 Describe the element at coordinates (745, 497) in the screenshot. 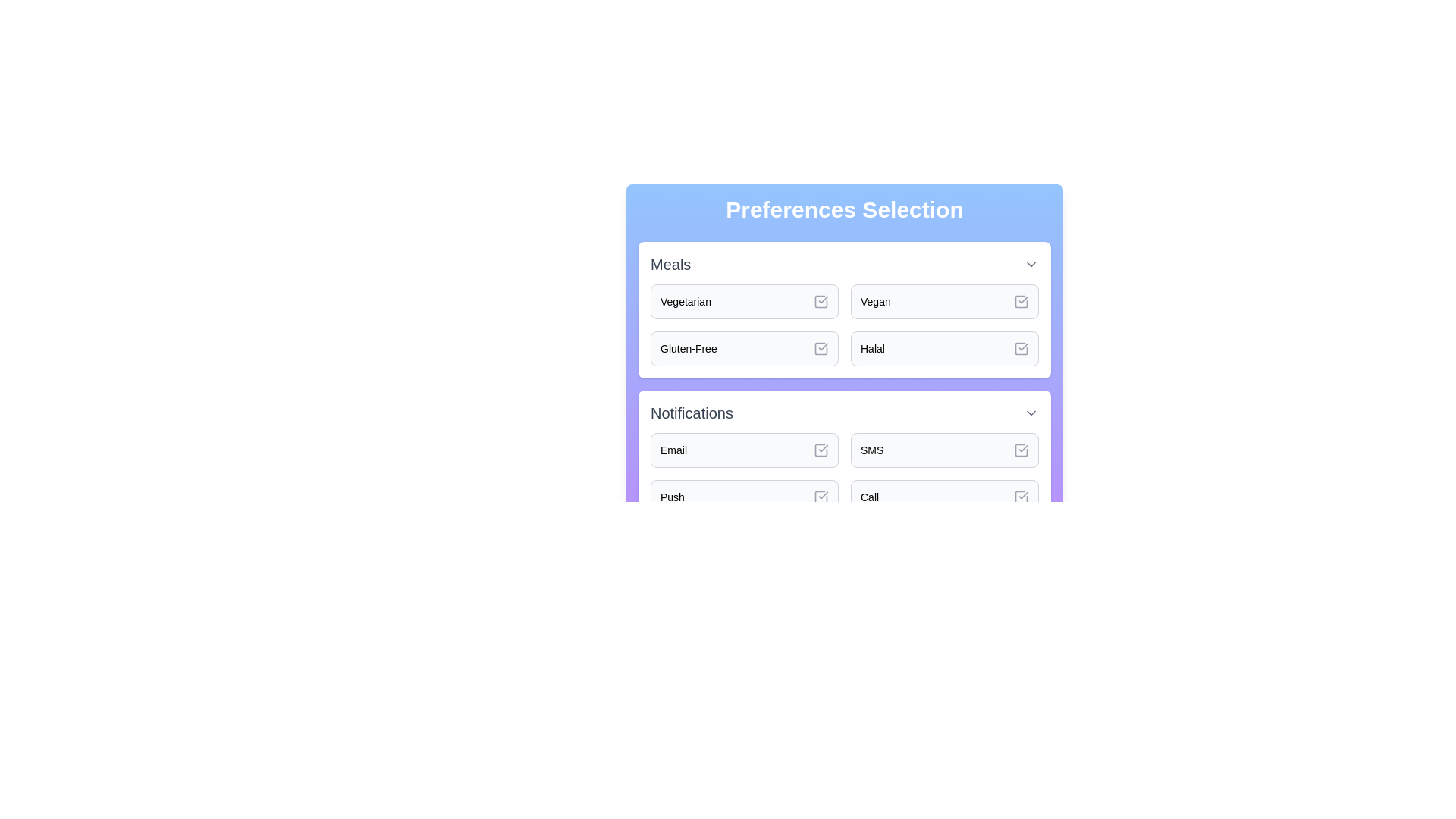

I see `the 'Push' notification preference button located in the lower-left part of the 'Notifications' section, directly under the 'Email' and 'SMS' buttons, and adjacent to the 'Call' button on its right` at that location.